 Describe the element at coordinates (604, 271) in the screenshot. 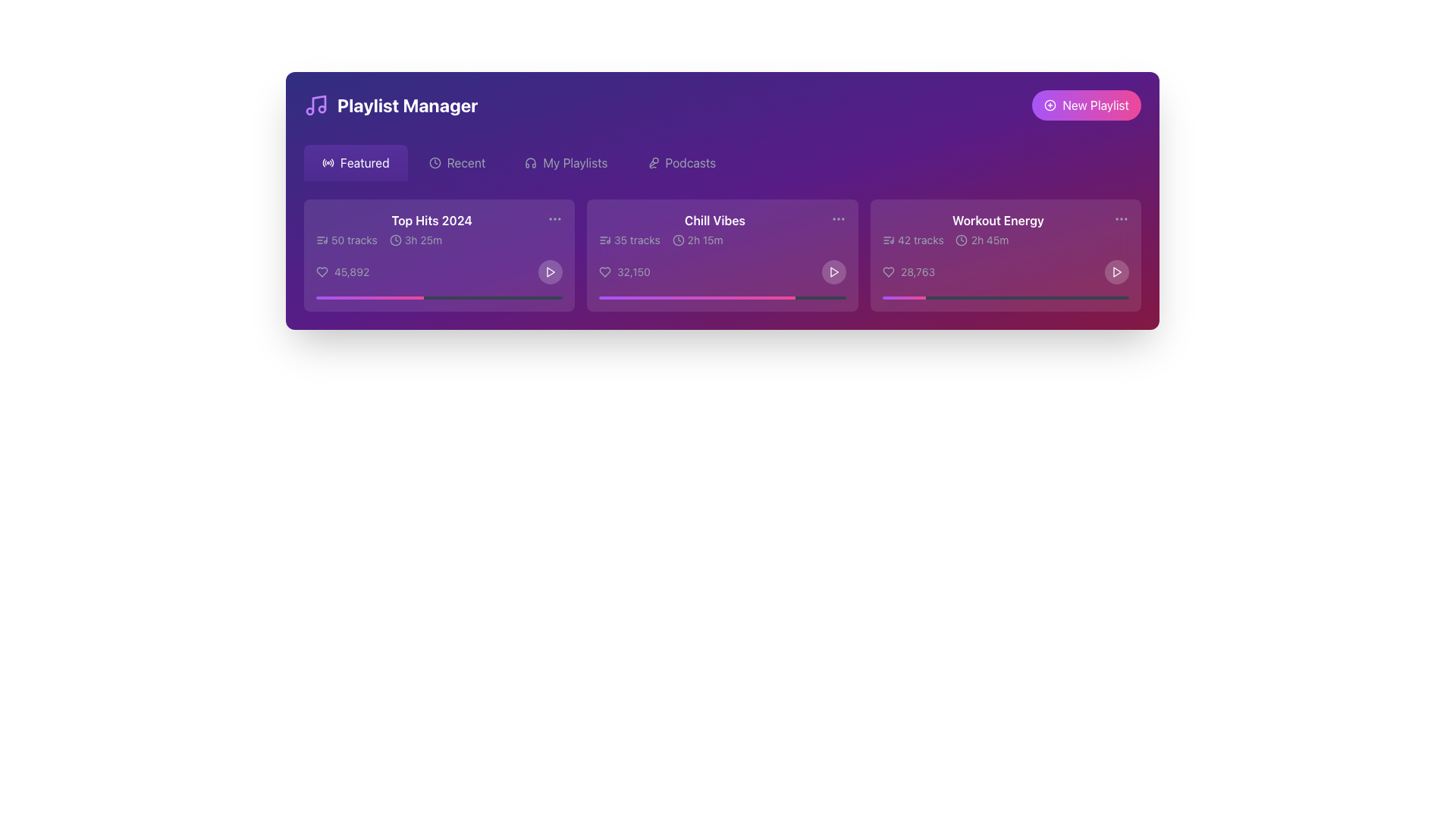

I see `the heart icon to favorite or unfavorite the 'Chill Vibes' playlist, which is located to the left of the numeric text '32,150'` at that location.